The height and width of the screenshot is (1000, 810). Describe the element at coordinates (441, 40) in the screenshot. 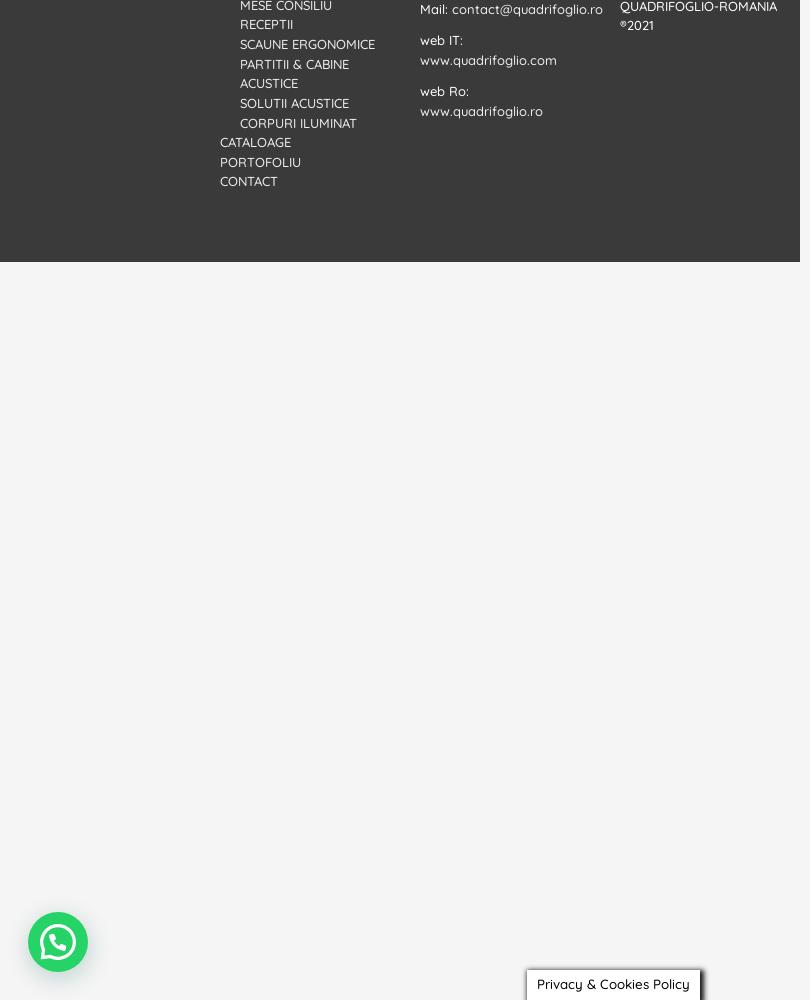

I see `'web IT:'` at that location.